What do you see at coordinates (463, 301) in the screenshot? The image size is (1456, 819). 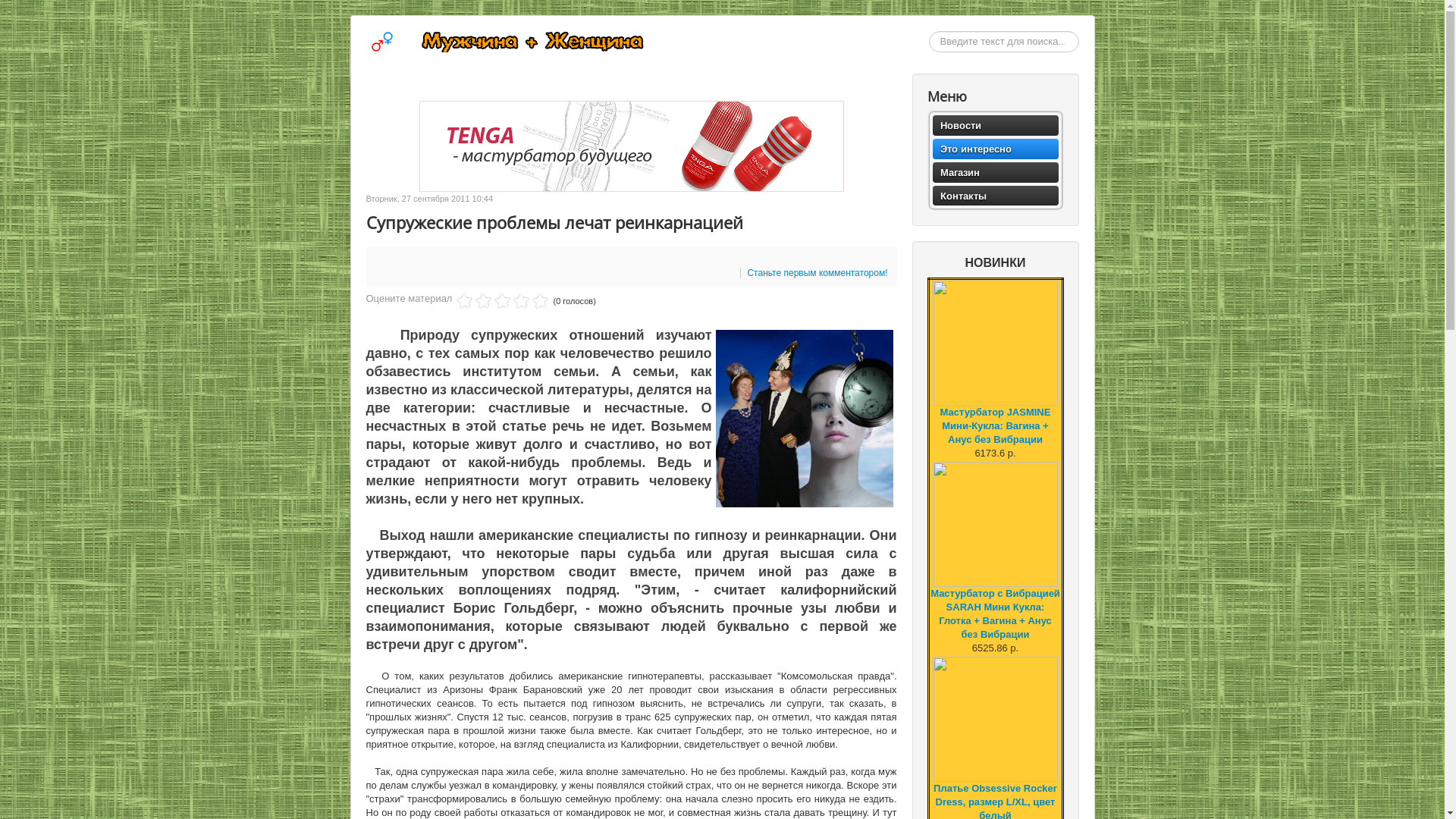 I see `'1'` at bounding box center [463, 301].